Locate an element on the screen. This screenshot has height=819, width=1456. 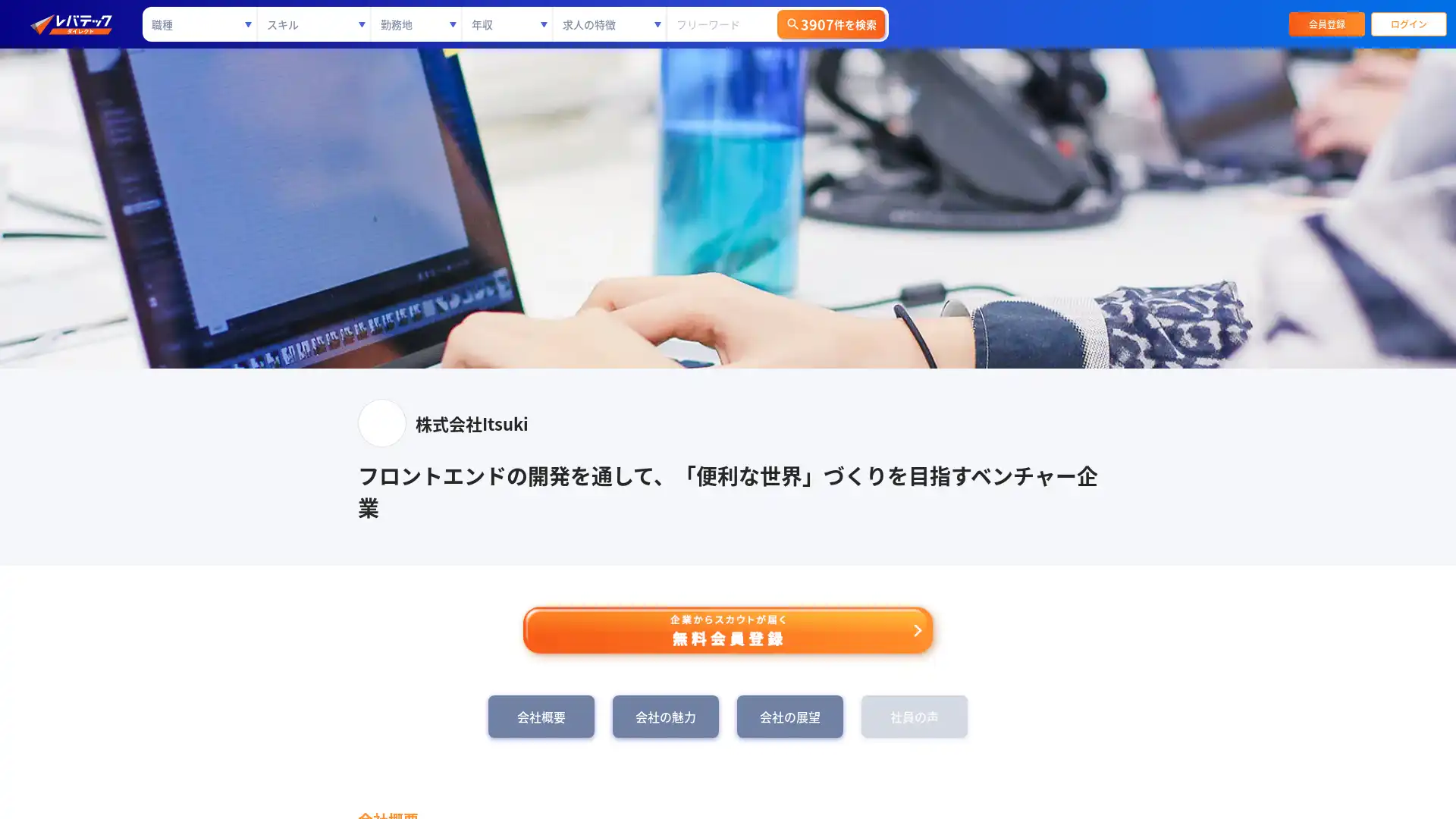
3907 is located at coordinates (830, 24).